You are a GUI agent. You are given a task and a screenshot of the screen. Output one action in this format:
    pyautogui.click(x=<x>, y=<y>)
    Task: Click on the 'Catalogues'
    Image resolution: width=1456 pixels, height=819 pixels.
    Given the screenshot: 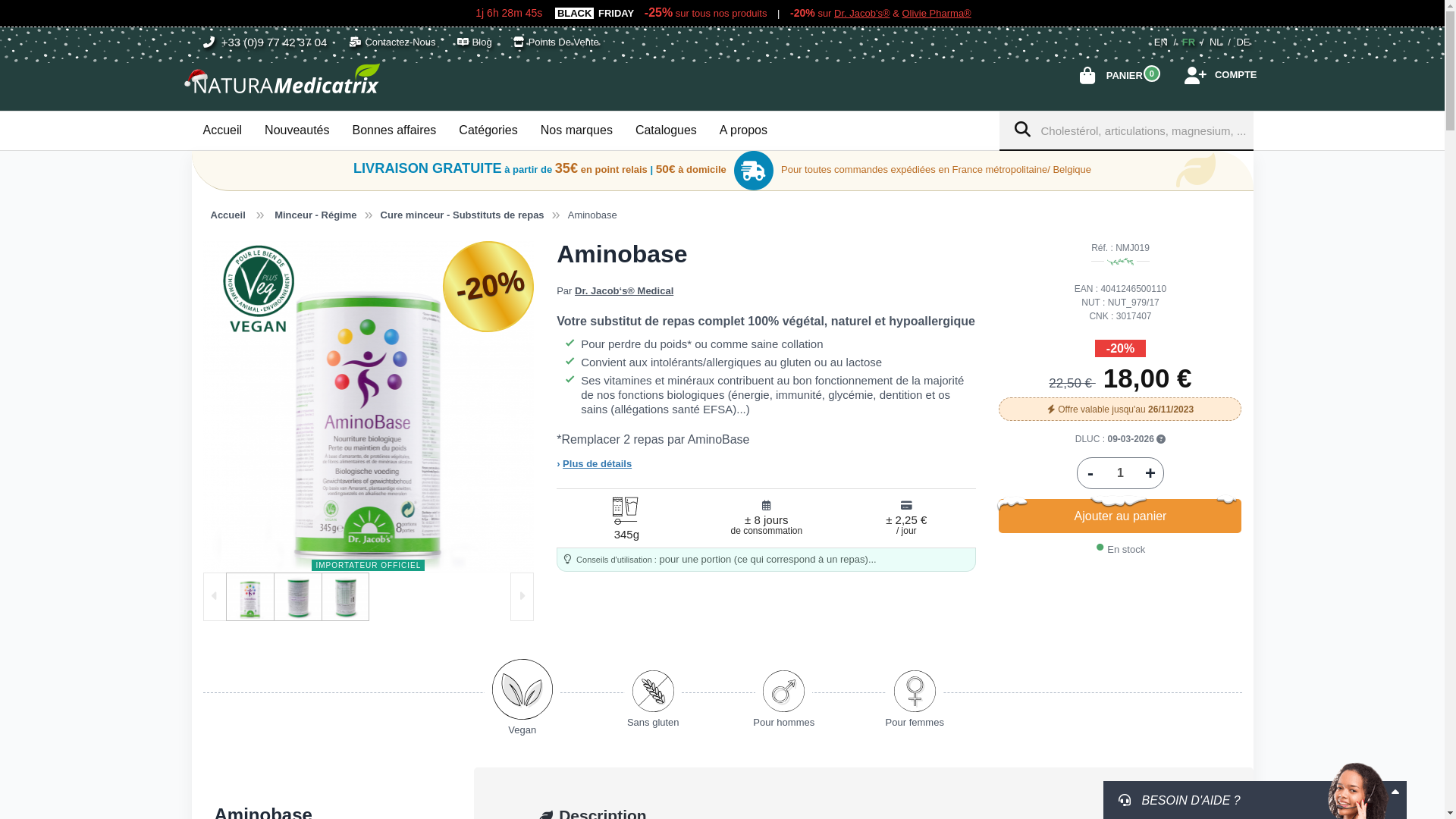 What is the action you would take?
    pyautogui.click(x=623, y=130)
    